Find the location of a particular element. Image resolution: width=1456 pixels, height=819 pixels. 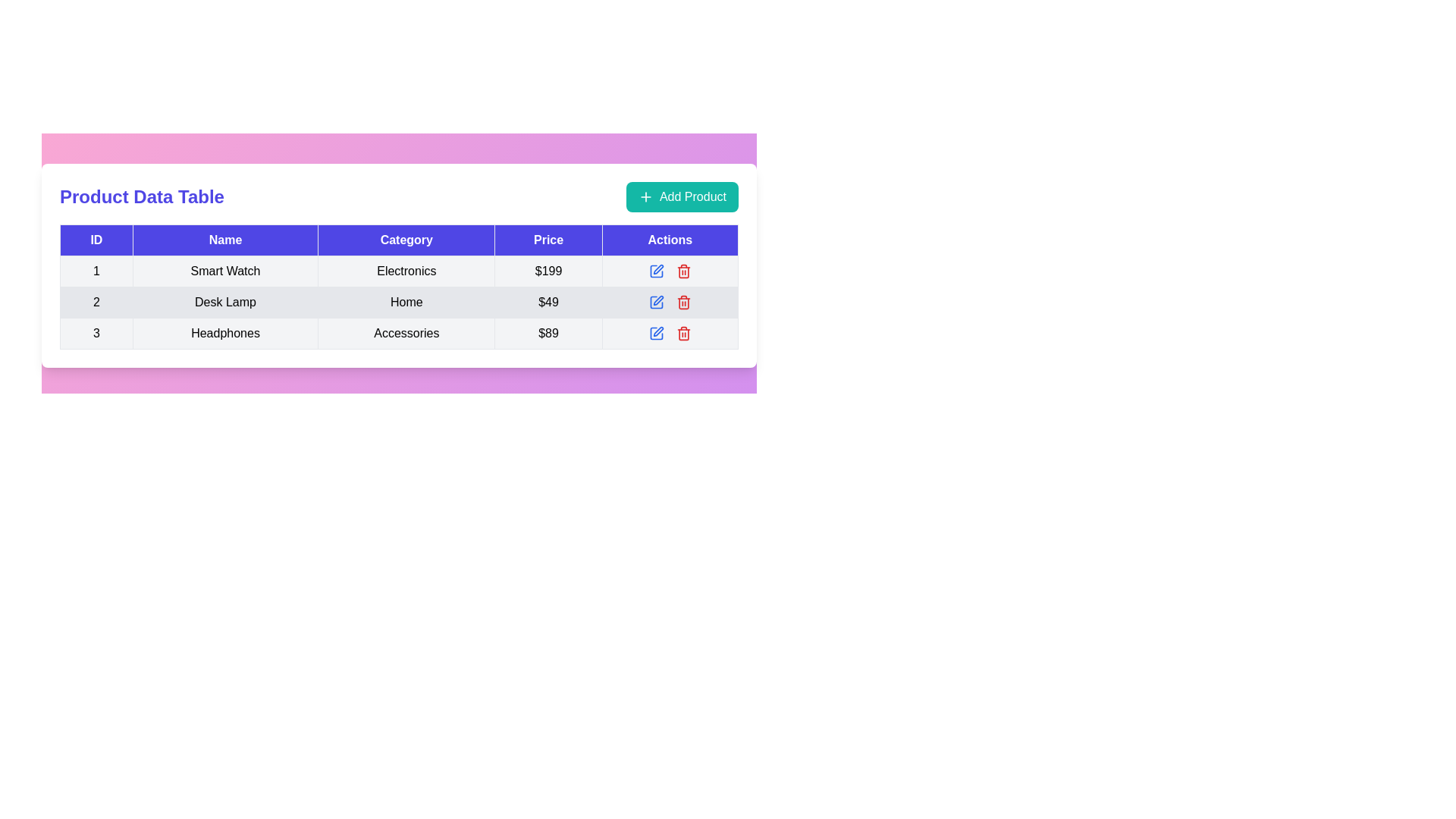

text label displaying 'Headphones' in the second column of the third row in the data table is located at coordinates (224, 332).